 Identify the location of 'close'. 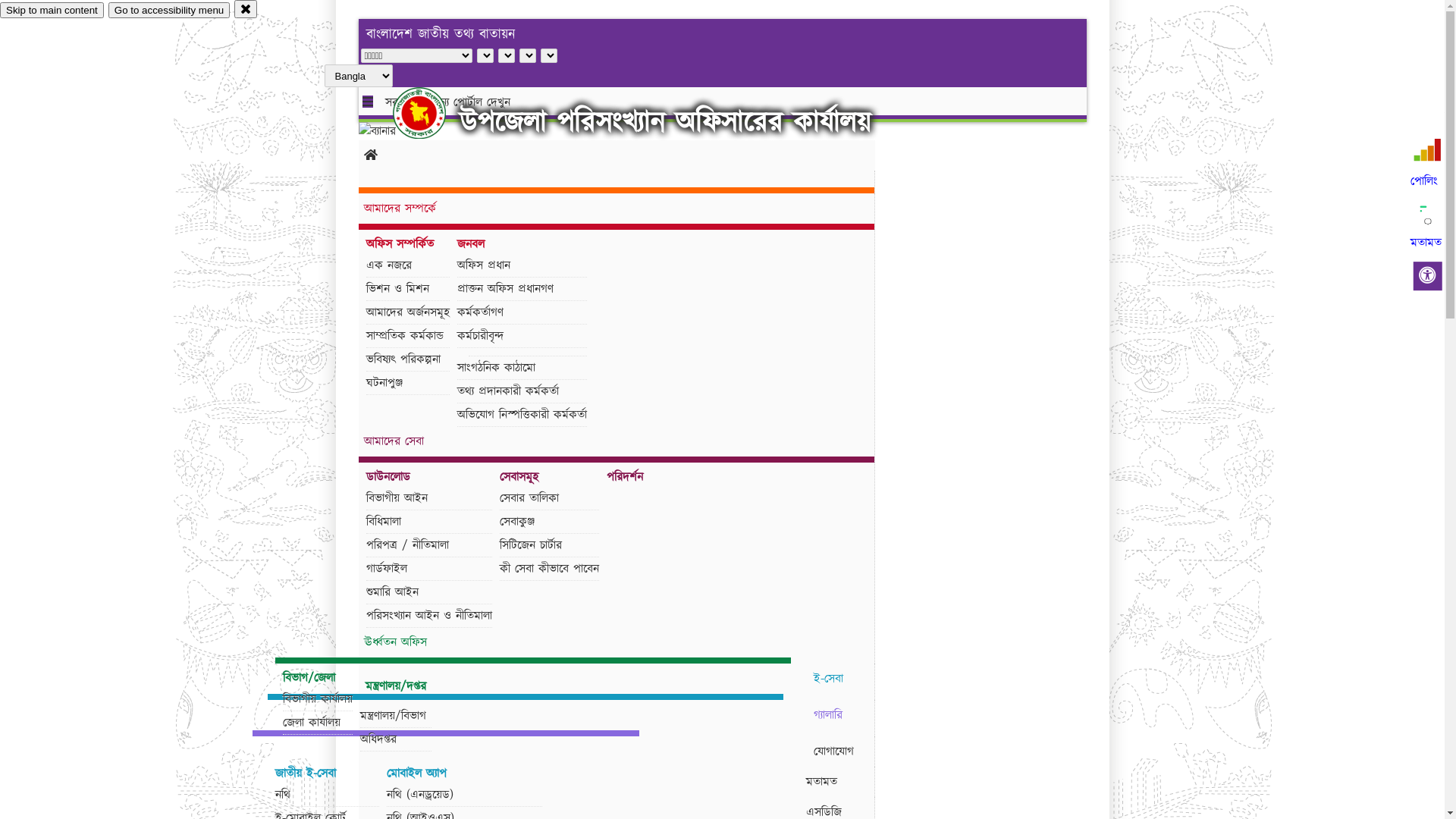
(246, 8).